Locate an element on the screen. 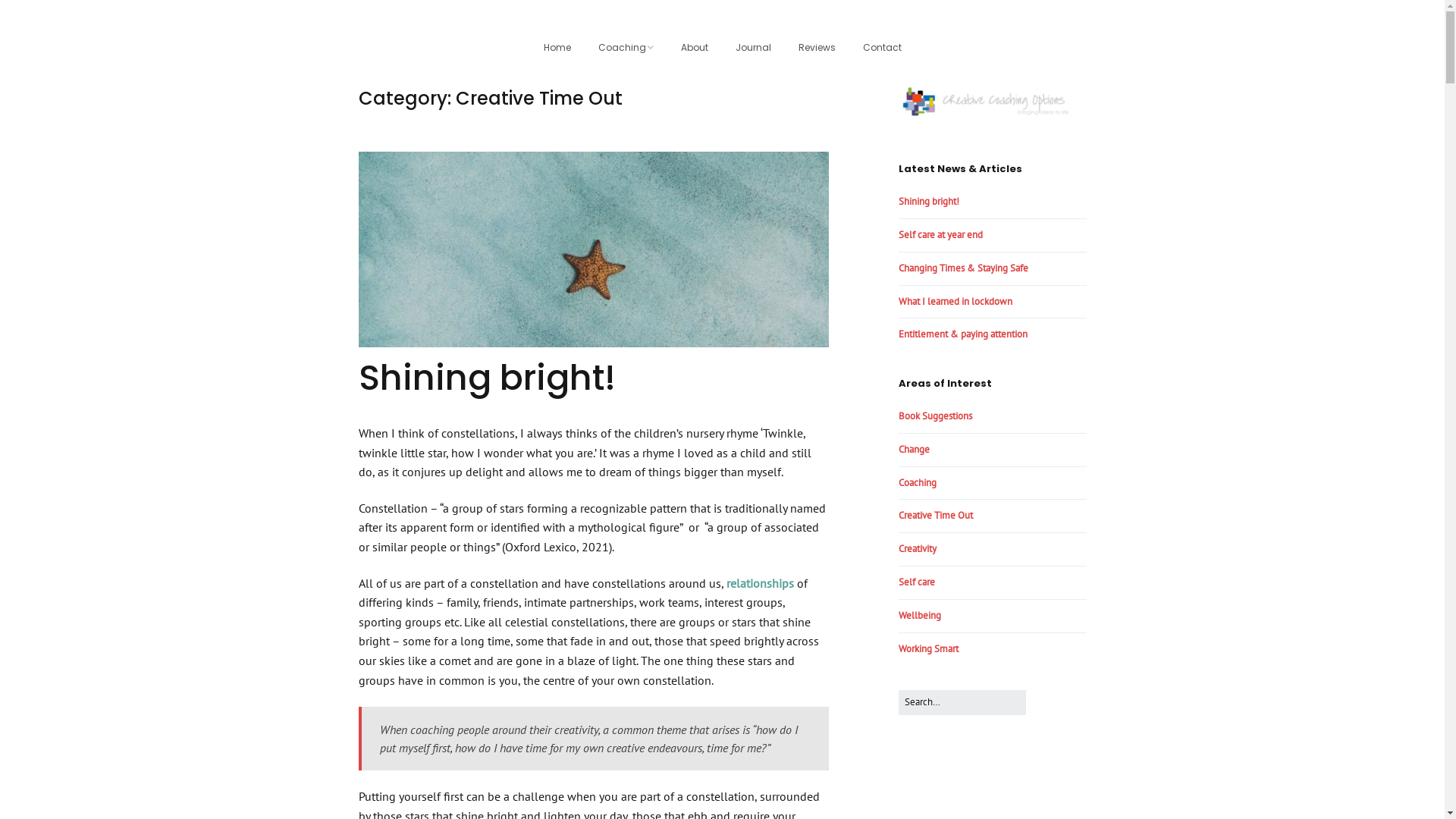 The width and height of the screenshot is (1456, 819). 'Contact' is located at coordinates (882, 47).